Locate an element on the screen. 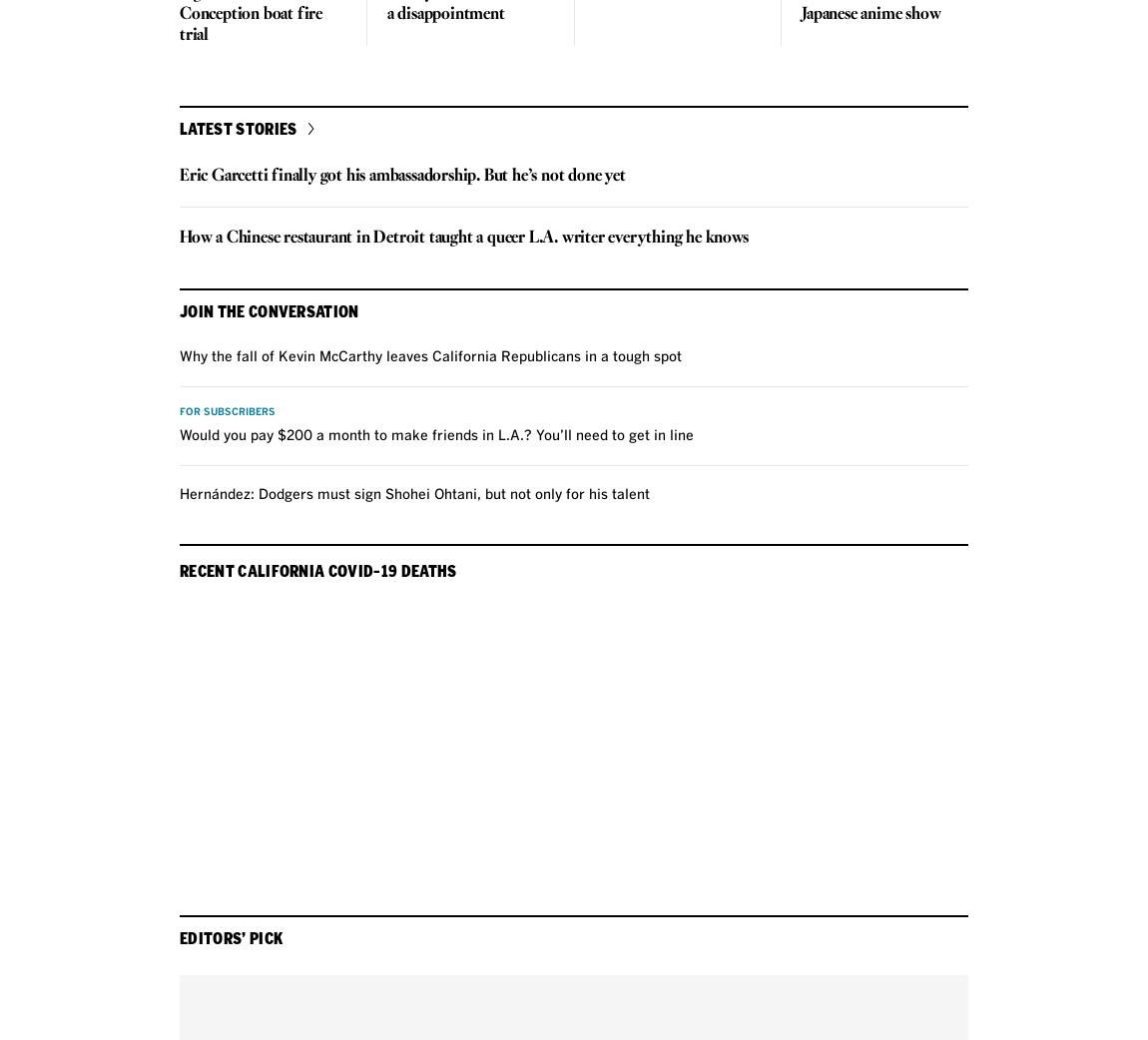  'Recent California COVID-19 Deaths' is located at coordinates (317, 569).